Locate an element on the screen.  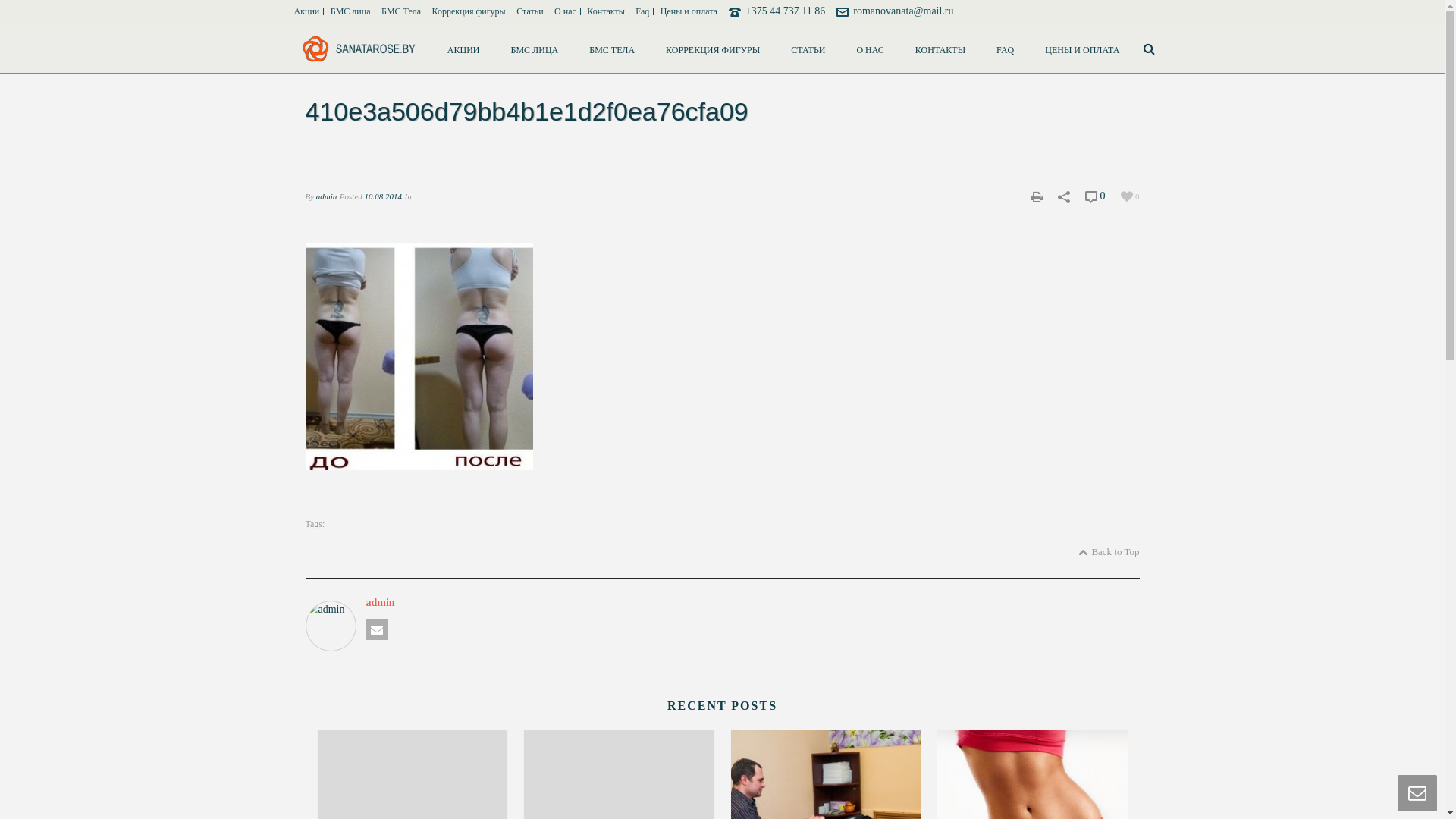
'Print' is located at coordinates (1036, 195).